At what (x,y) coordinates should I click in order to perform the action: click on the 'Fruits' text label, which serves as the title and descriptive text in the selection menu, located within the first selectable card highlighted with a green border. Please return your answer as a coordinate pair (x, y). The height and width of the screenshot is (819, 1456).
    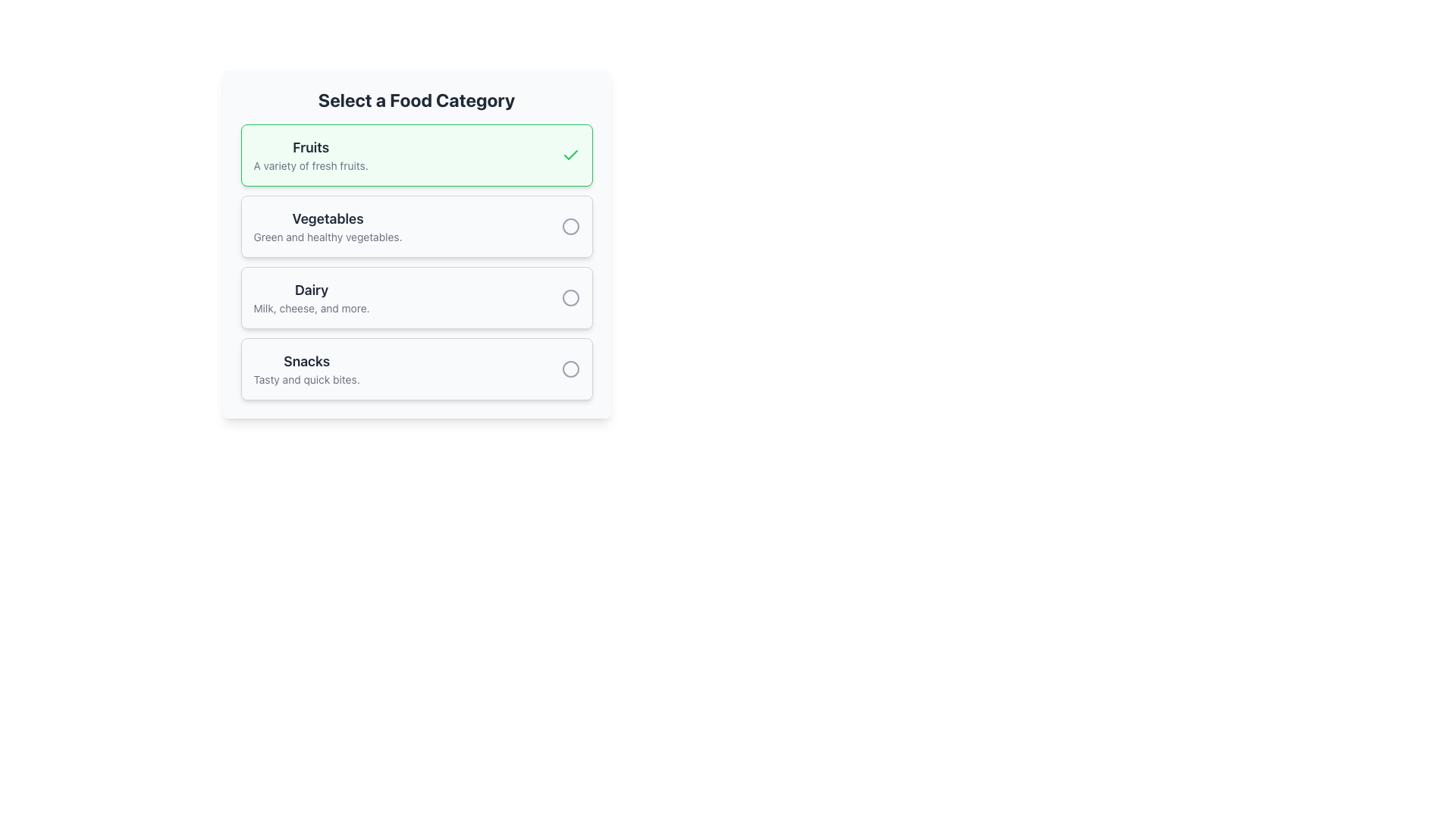
    Looking at the image, I should click on (310, 155).